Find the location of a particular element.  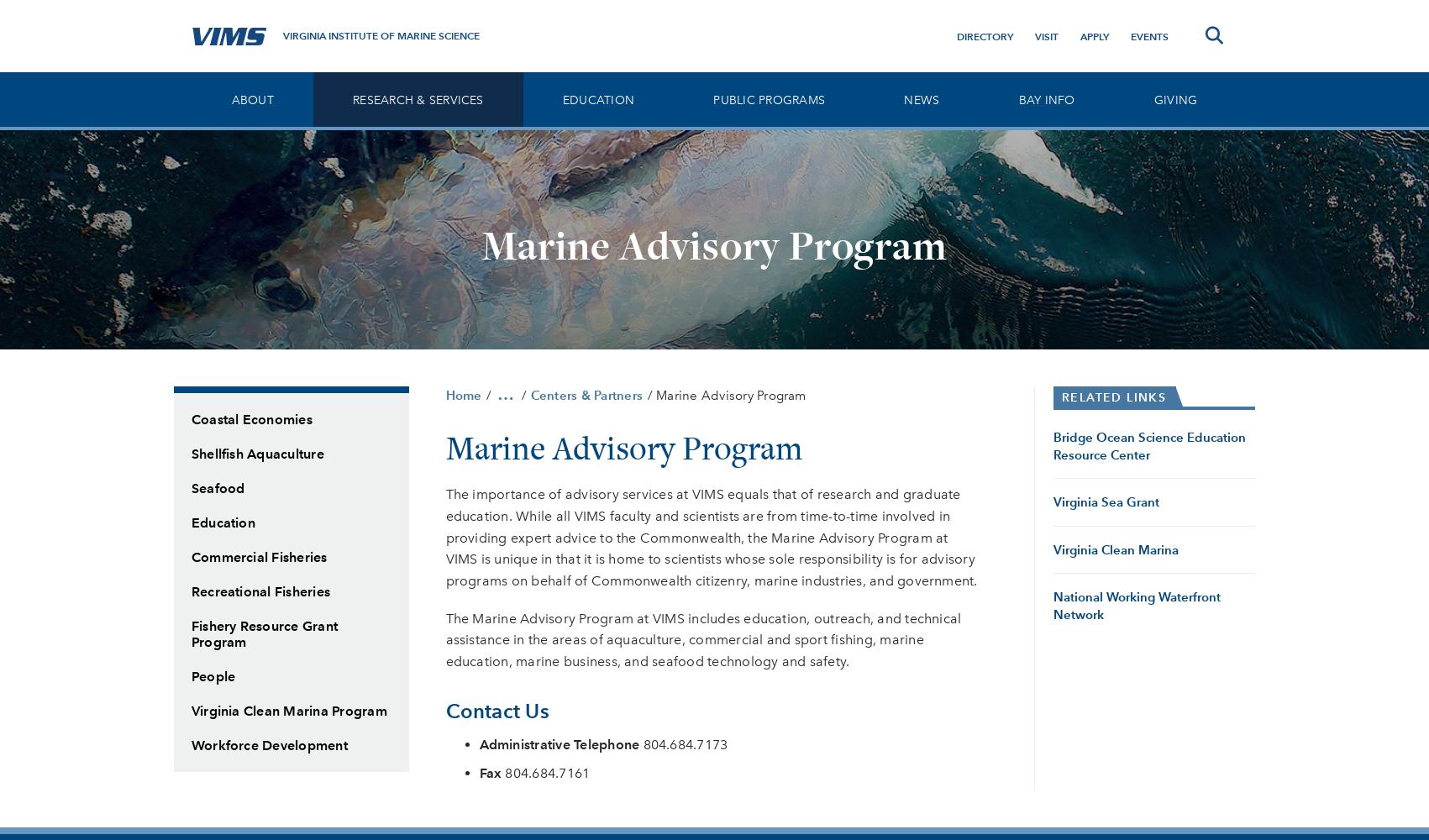

'The importance of advisory services at VIMS equals that of research and graduate education. While all VIMS faculty and scientists are from time-to-time involved in providing expert advice to the Commonwealth, the Marine Advisory Program at VIMS is unique in that it is home to scientists whose sole responsibility is for advisory programs on behalf of Commonwealth citizenry, marine industries, and government.' is located at coordinates (711, 537).